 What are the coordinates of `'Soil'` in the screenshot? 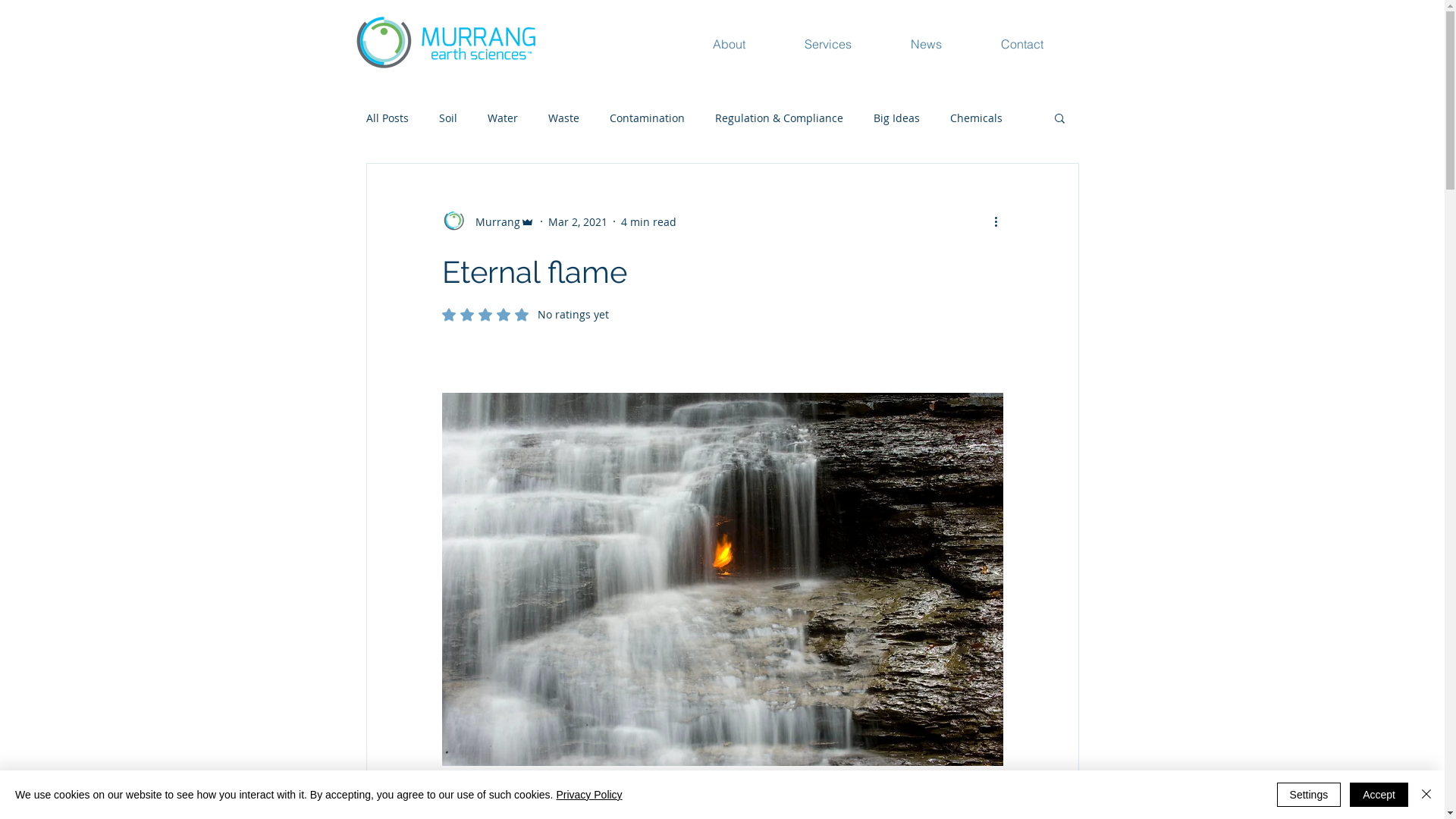 It's located at (447, 117).